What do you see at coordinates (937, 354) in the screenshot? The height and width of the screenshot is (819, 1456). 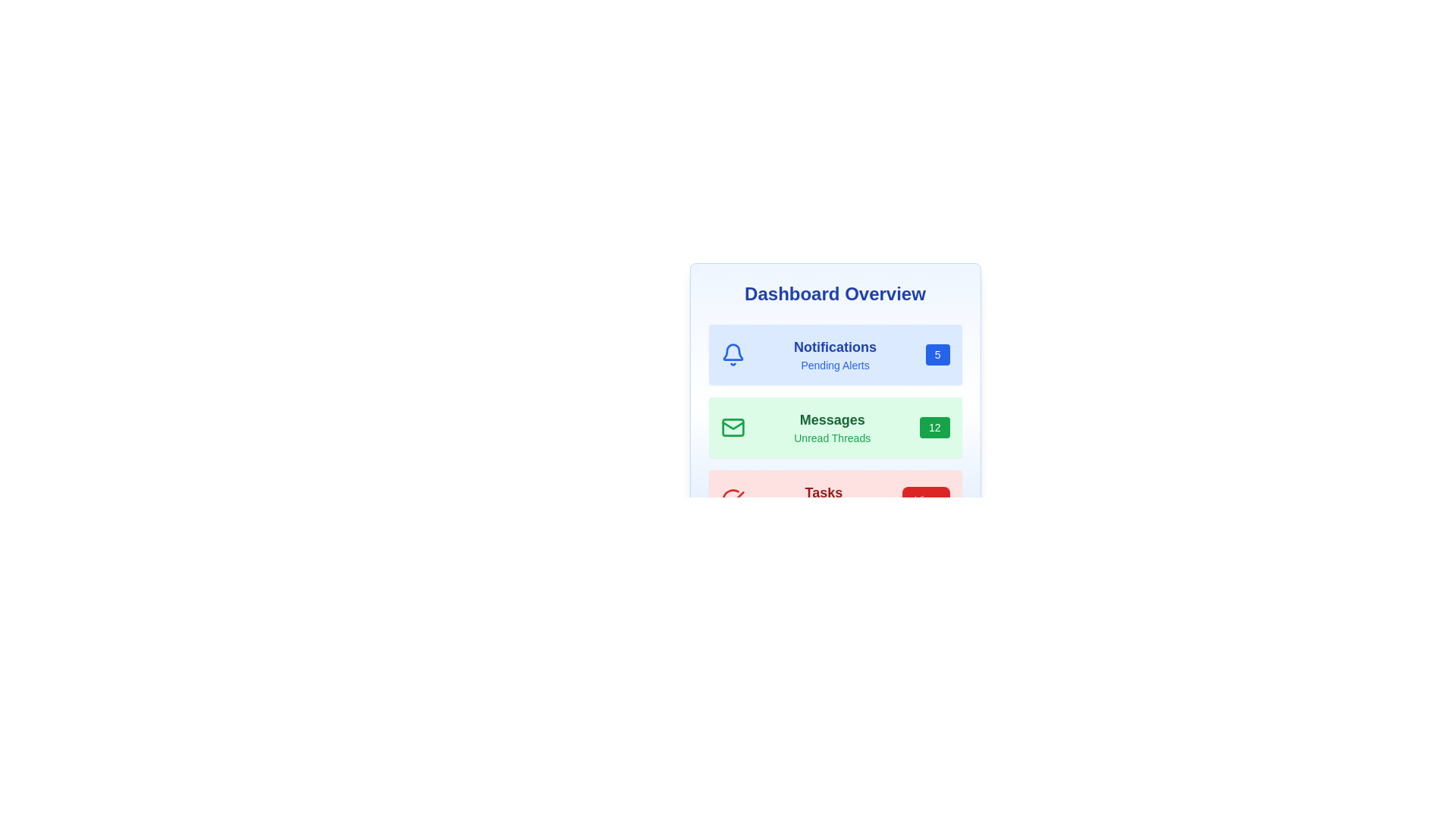 I see `the blue circular badge with a white numeral '5' in the Notifications section of the dashboard layout` at bounding box center [937, 354].